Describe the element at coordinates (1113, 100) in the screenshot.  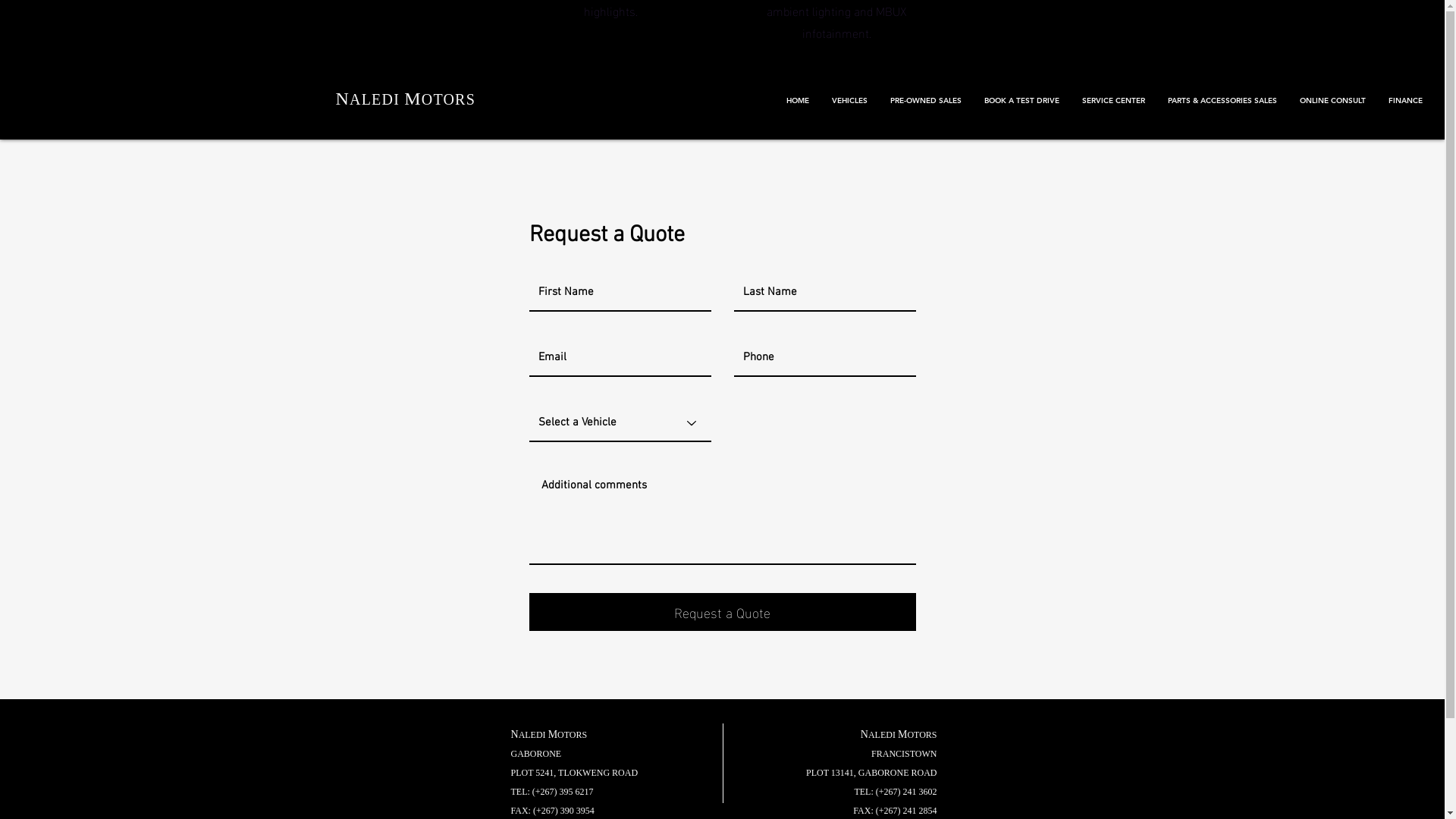
I see `'SERVICE CENTER'` at that location.